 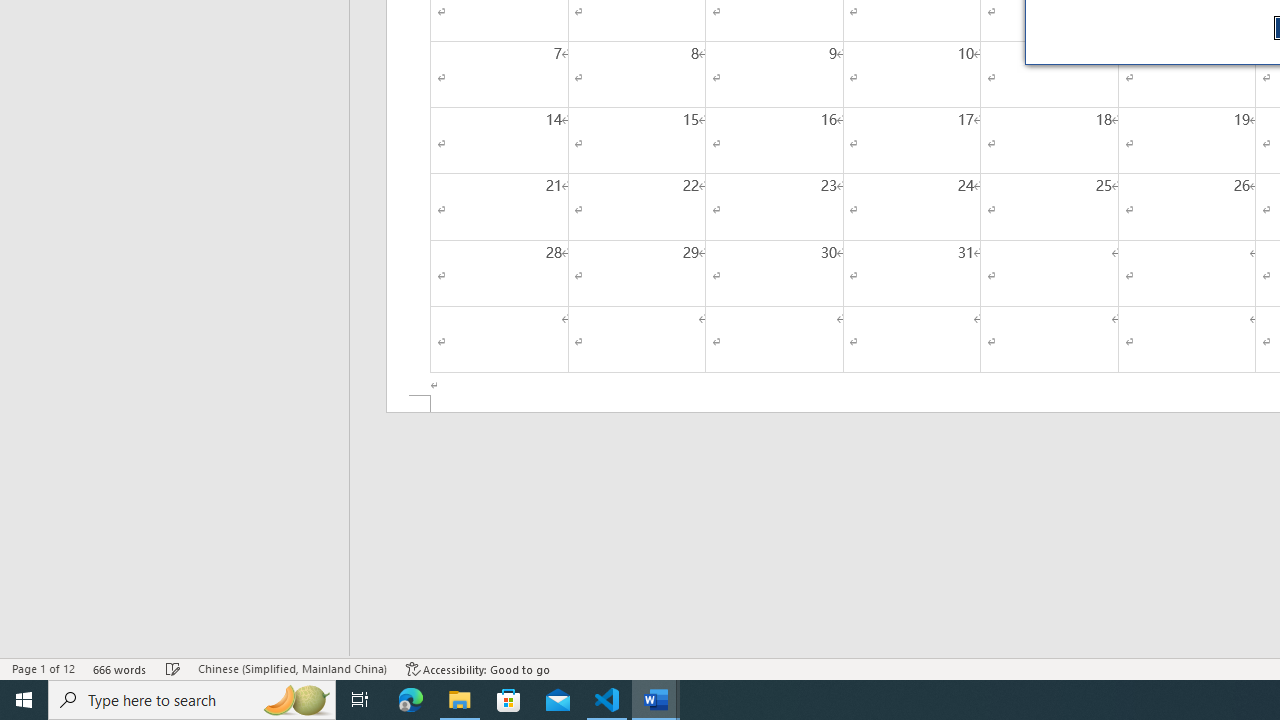 I want to click on 'Task View', so click(x=359, y=698).